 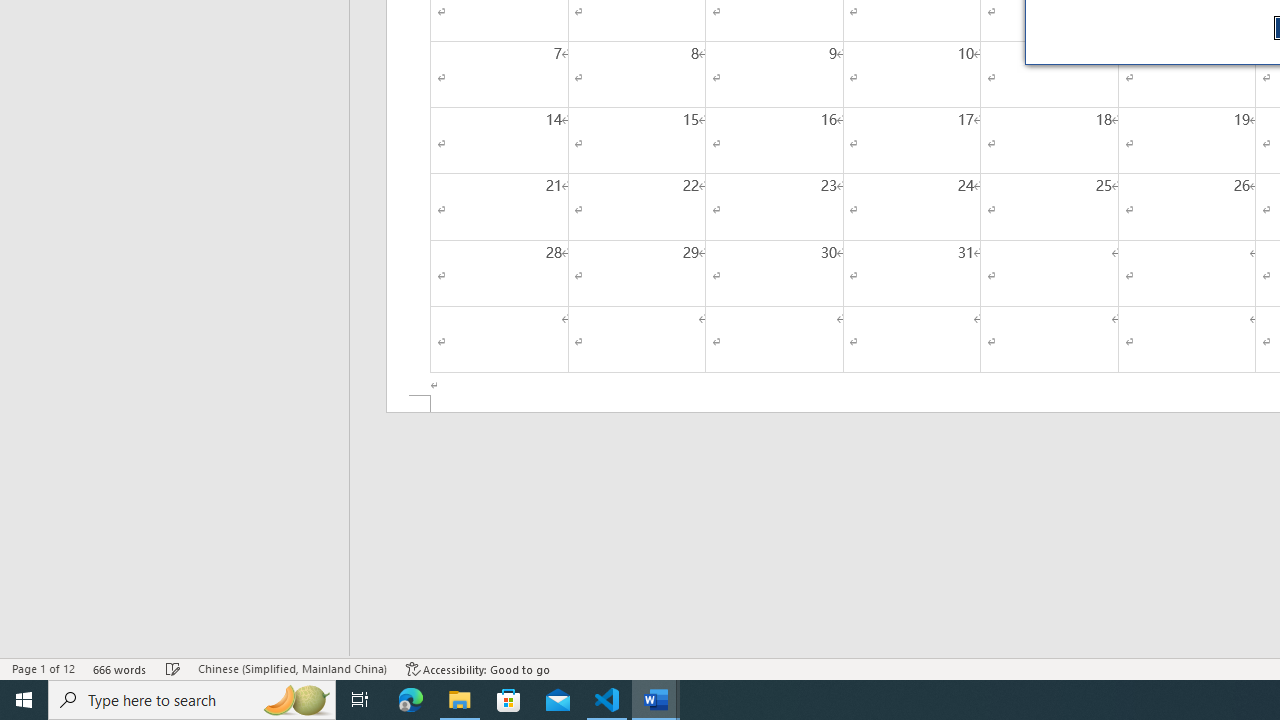 I want to click on 'Task View', so click(x=359, y=698).